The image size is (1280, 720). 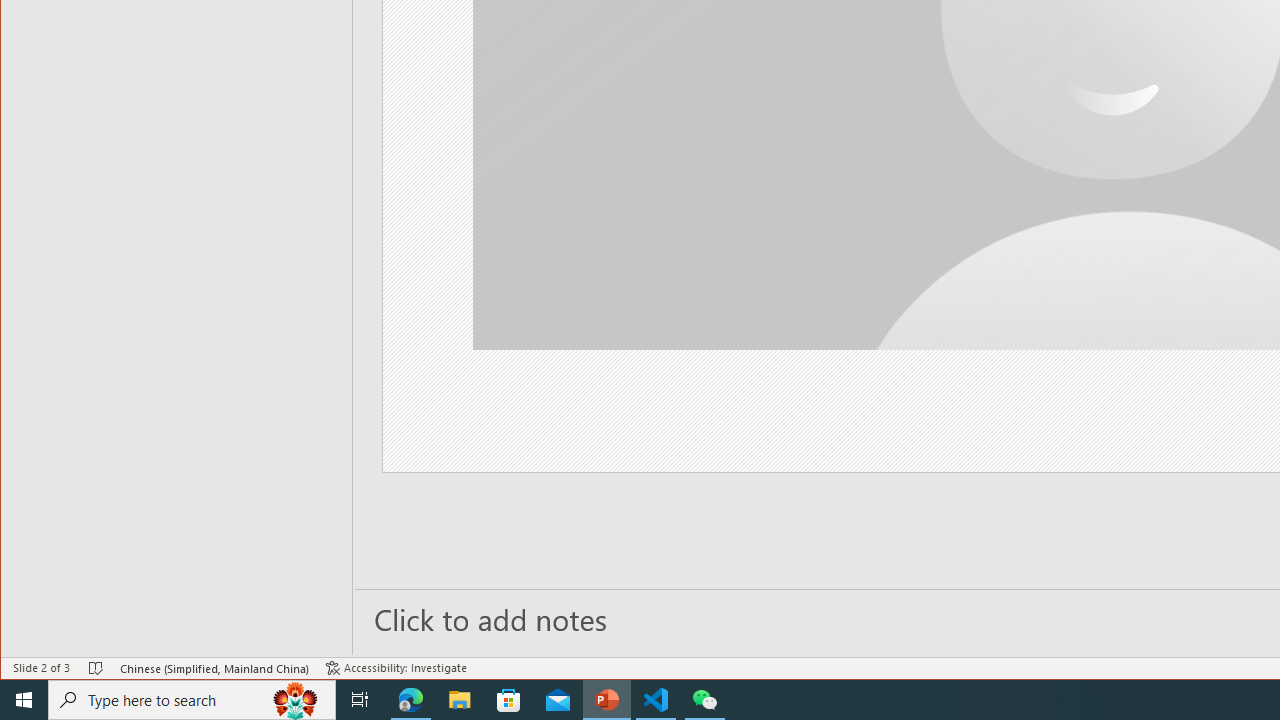 I want to click on 'Microsoft Store', so click(x=509, y=698).